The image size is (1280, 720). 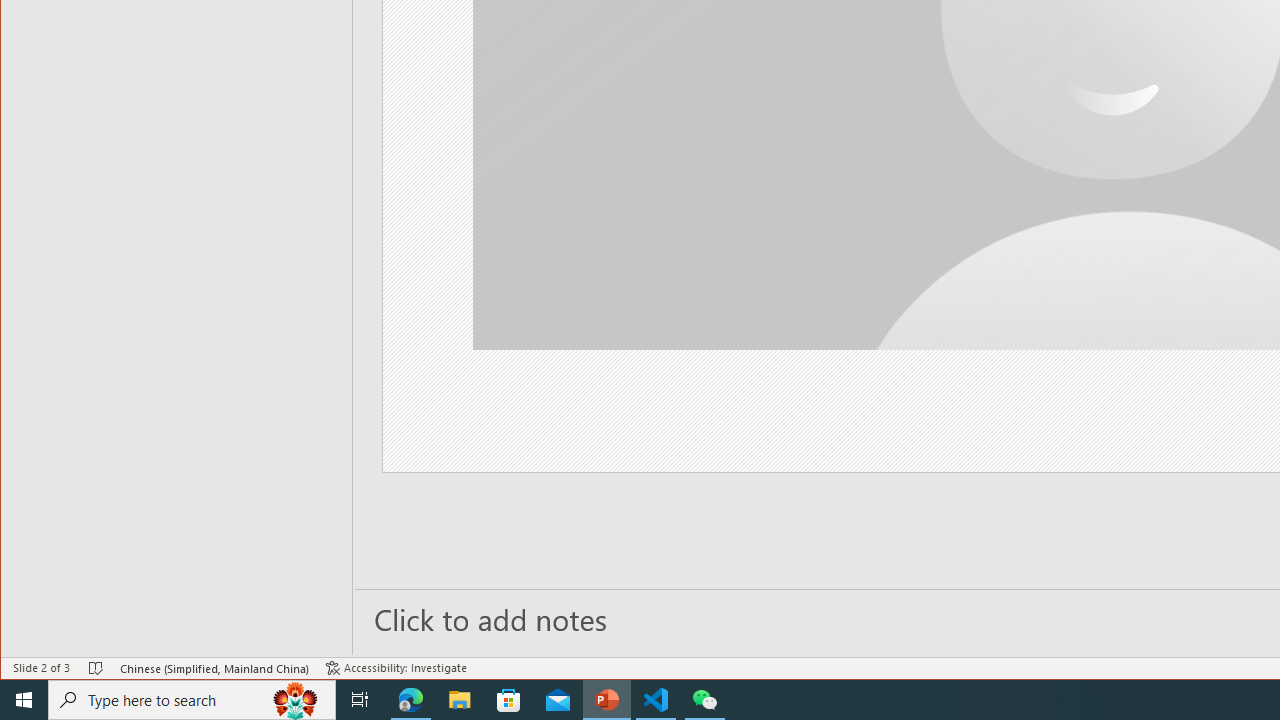 I want to click on 'Microsoft Store', so click(x=509, y=698).